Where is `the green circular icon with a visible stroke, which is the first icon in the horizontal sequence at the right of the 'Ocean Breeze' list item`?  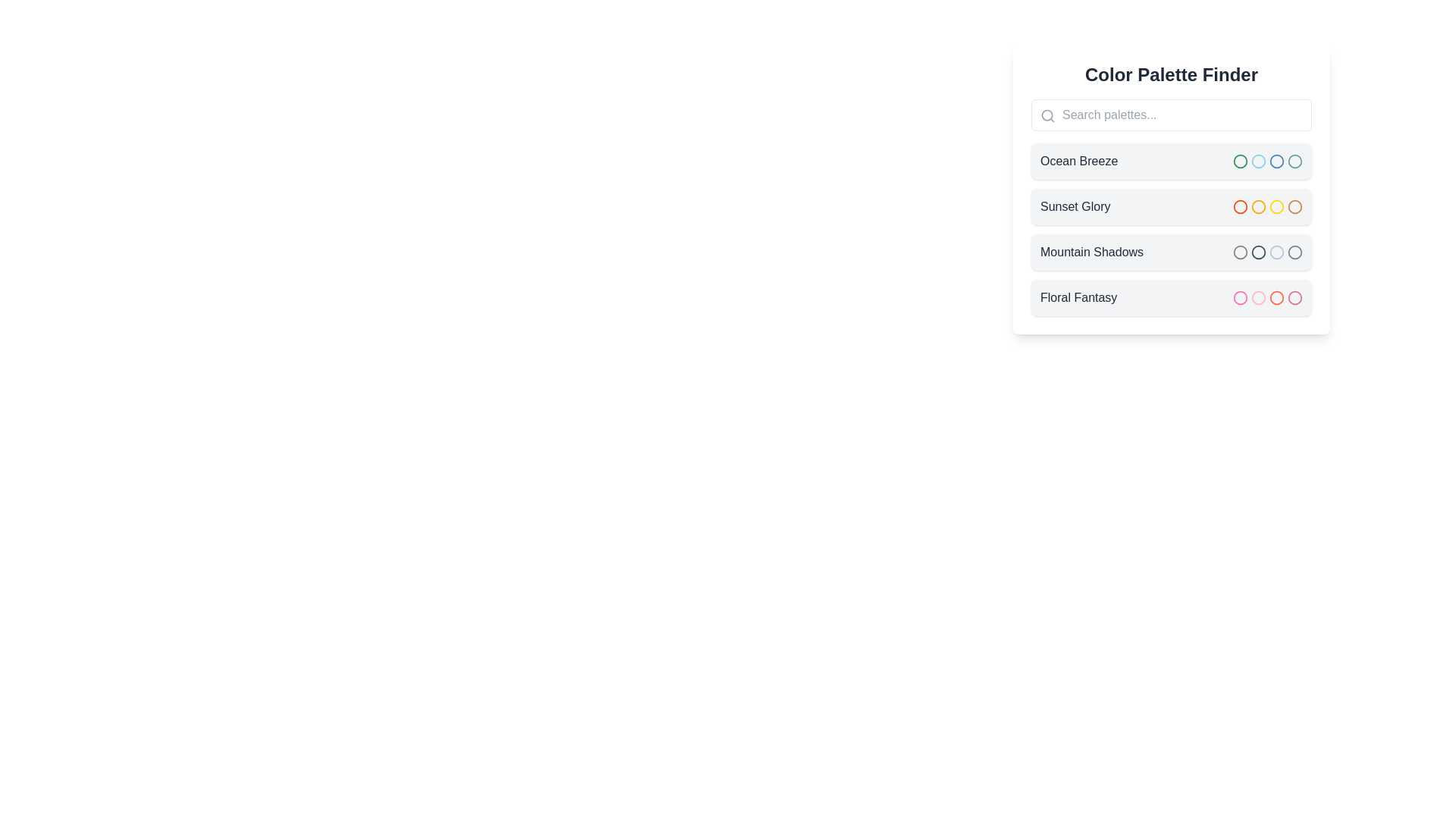
the green circular icon with a visible stroke, which is the first icon in the horizontal sequence at the right of the 'Ocean Breeze' list item is located at coordinates (1241, 161).